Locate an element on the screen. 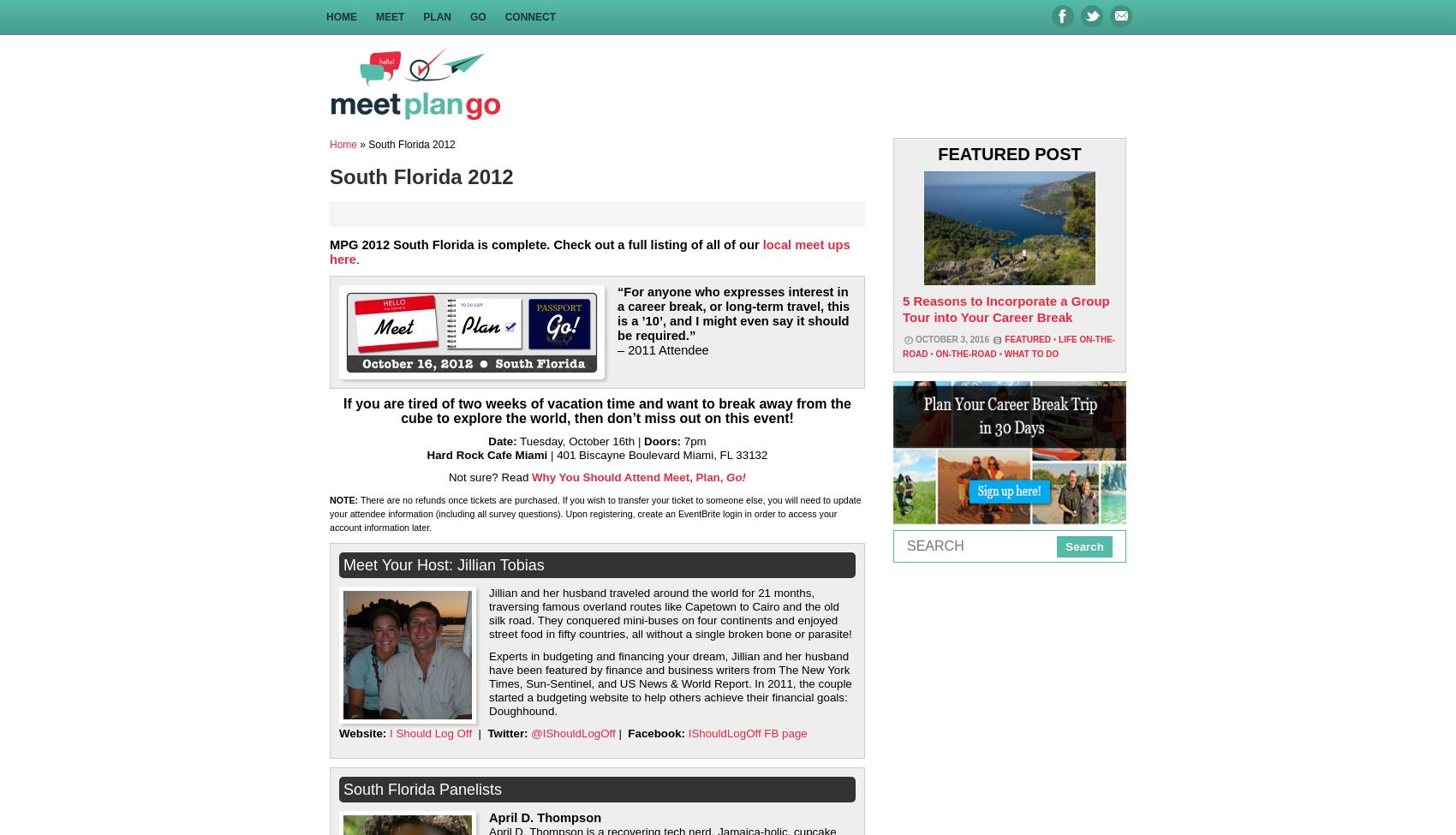 This screenshot has width=1456, height=835. 'Life On-the-Road' is located at coordinates (1007, 347).